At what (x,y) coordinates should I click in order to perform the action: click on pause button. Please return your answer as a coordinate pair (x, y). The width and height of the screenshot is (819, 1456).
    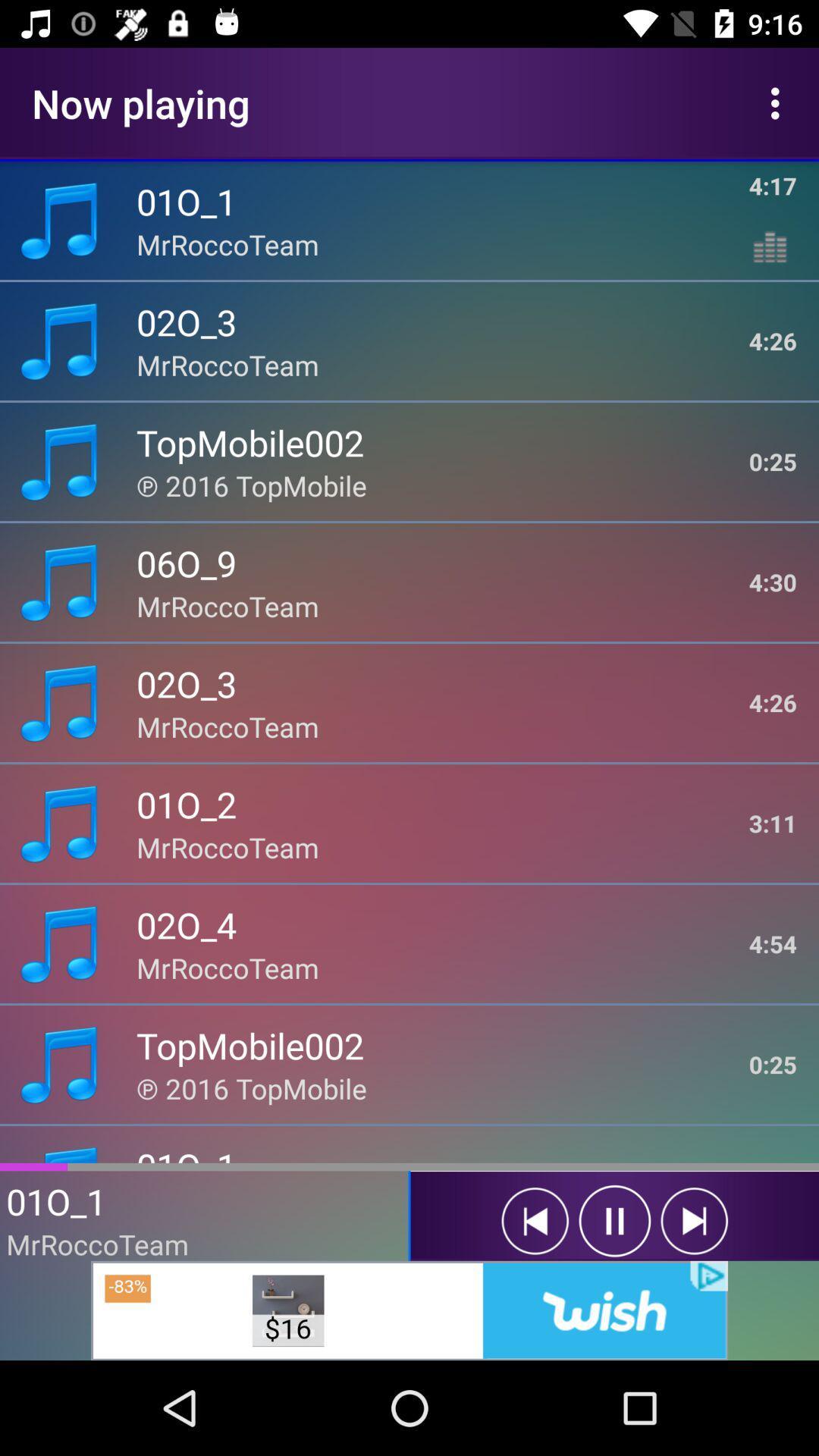
    Looking at the image, I should click on (614, 1221).